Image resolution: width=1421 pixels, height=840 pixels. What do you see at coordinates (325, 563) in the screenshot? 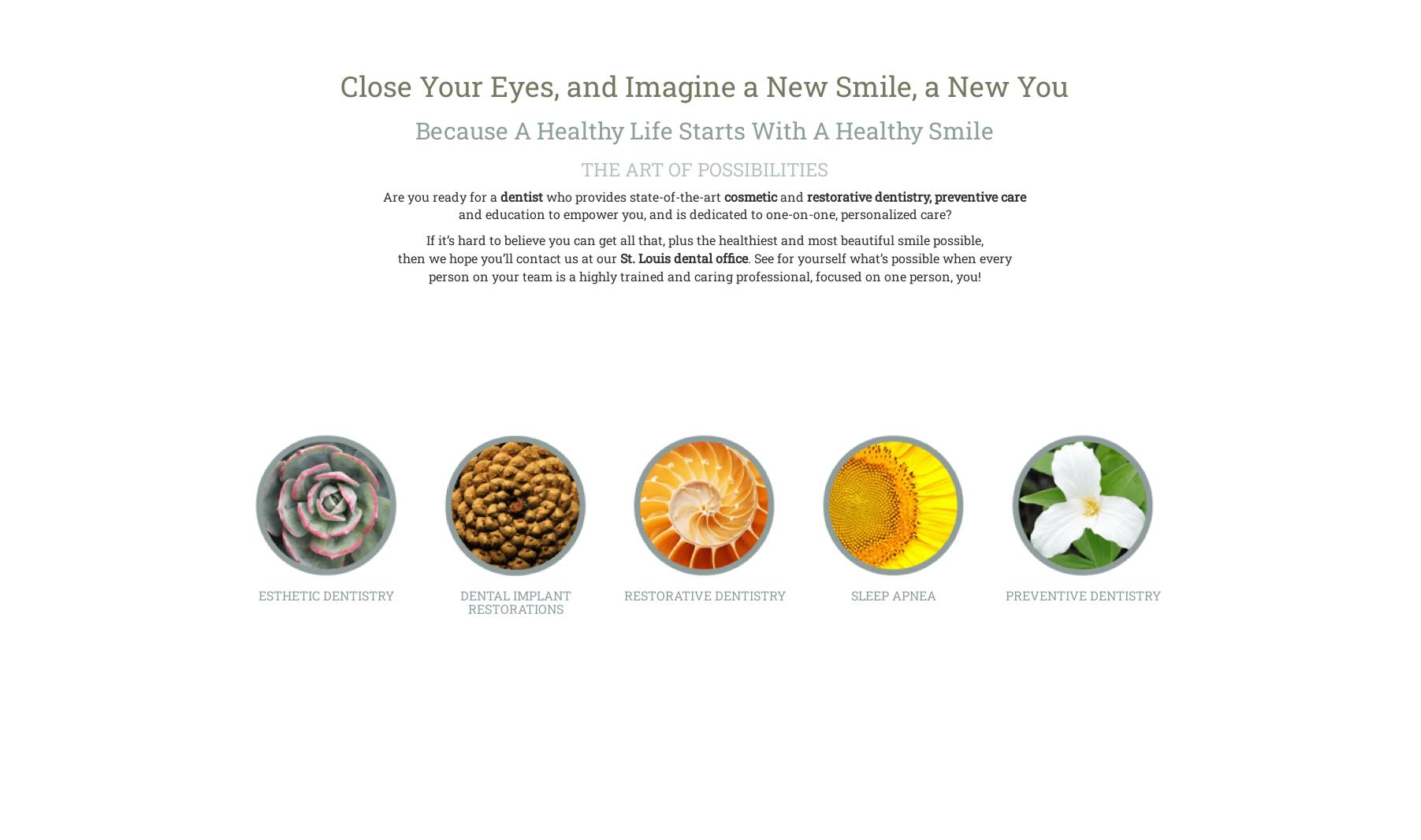
I see `'Your smile is one of the first things people notice about you, so
              you must have a smile that you’re proud to show off. Some people
              aren’t happy with how their teeth look, so they a...'` at bounding box center [325, 563].